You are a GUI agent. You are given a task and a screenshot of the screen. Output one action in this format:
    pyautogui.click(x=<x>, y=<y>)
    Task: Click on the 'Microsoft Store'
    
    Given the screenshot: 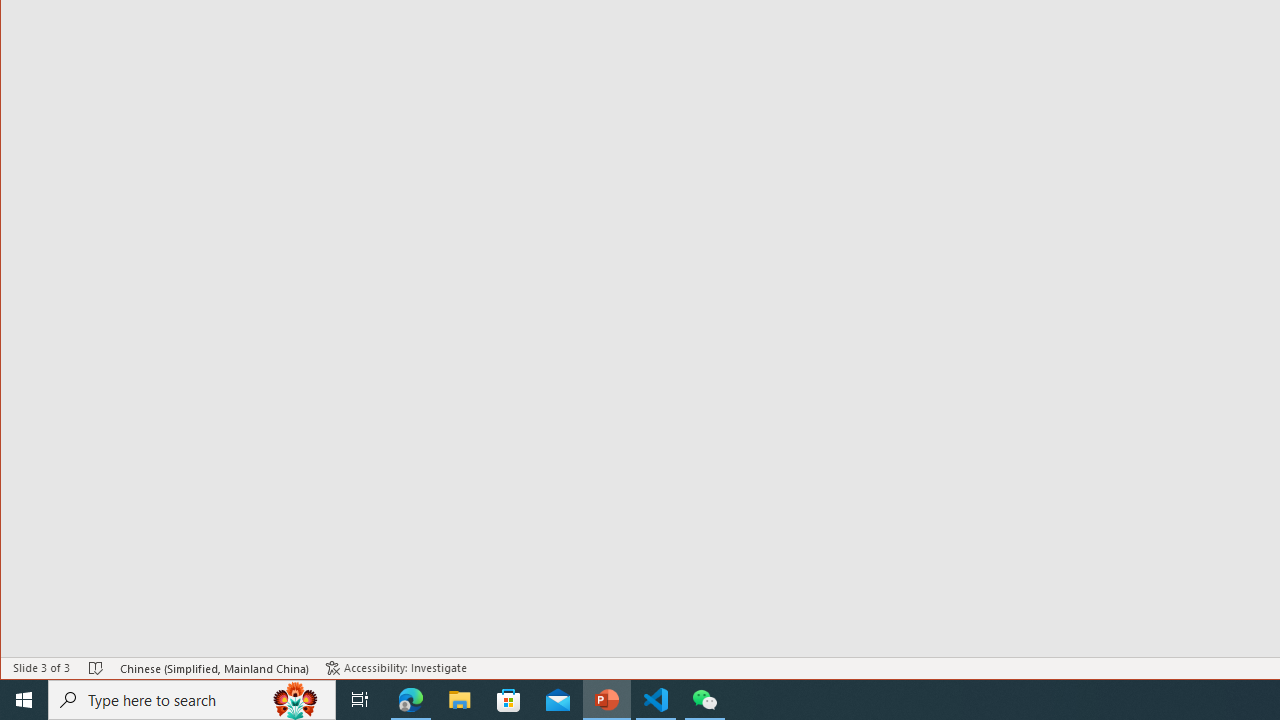 What is the action you would take?
    pyautogui.click(x=509, y=698)
    